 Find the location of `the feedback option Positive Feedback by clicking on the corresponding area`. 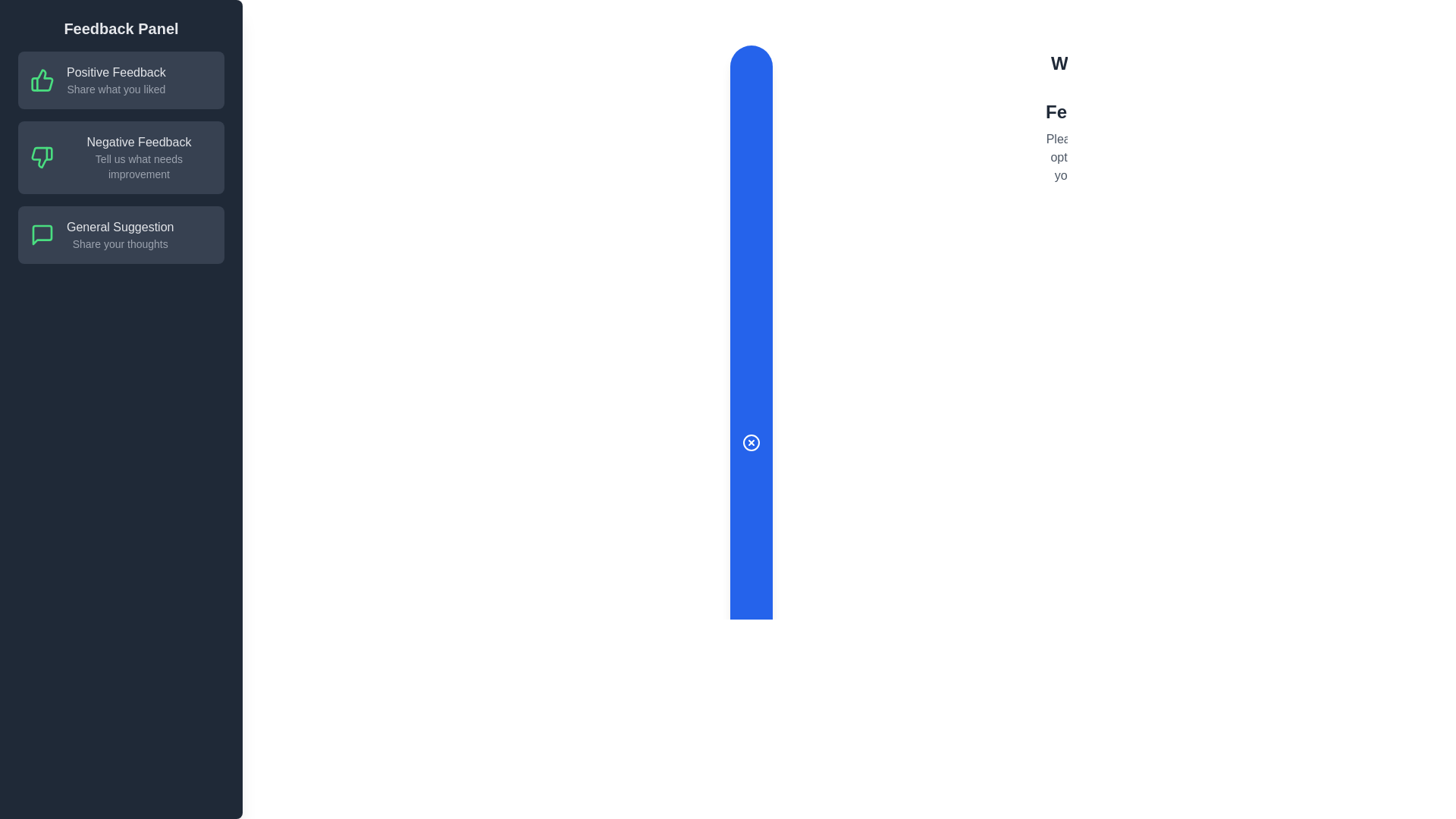

the feedback option Positive Feedback by clicking on the corresponding area is located at coordinates (120, 80).